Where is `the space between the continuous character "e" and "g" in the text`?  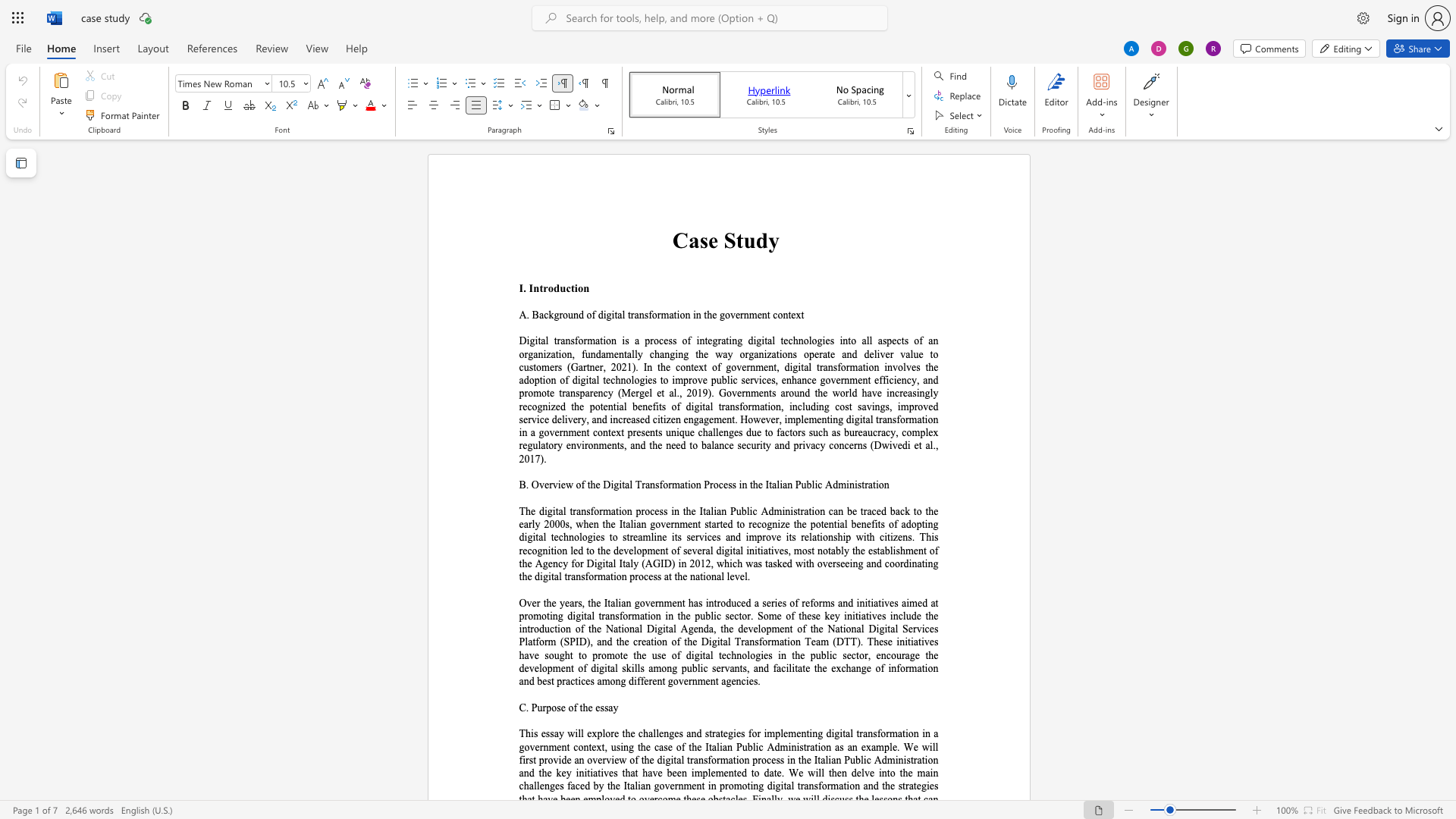
the space between the continuous character "e" and "g" in the text is located at coordinates (711, 340).